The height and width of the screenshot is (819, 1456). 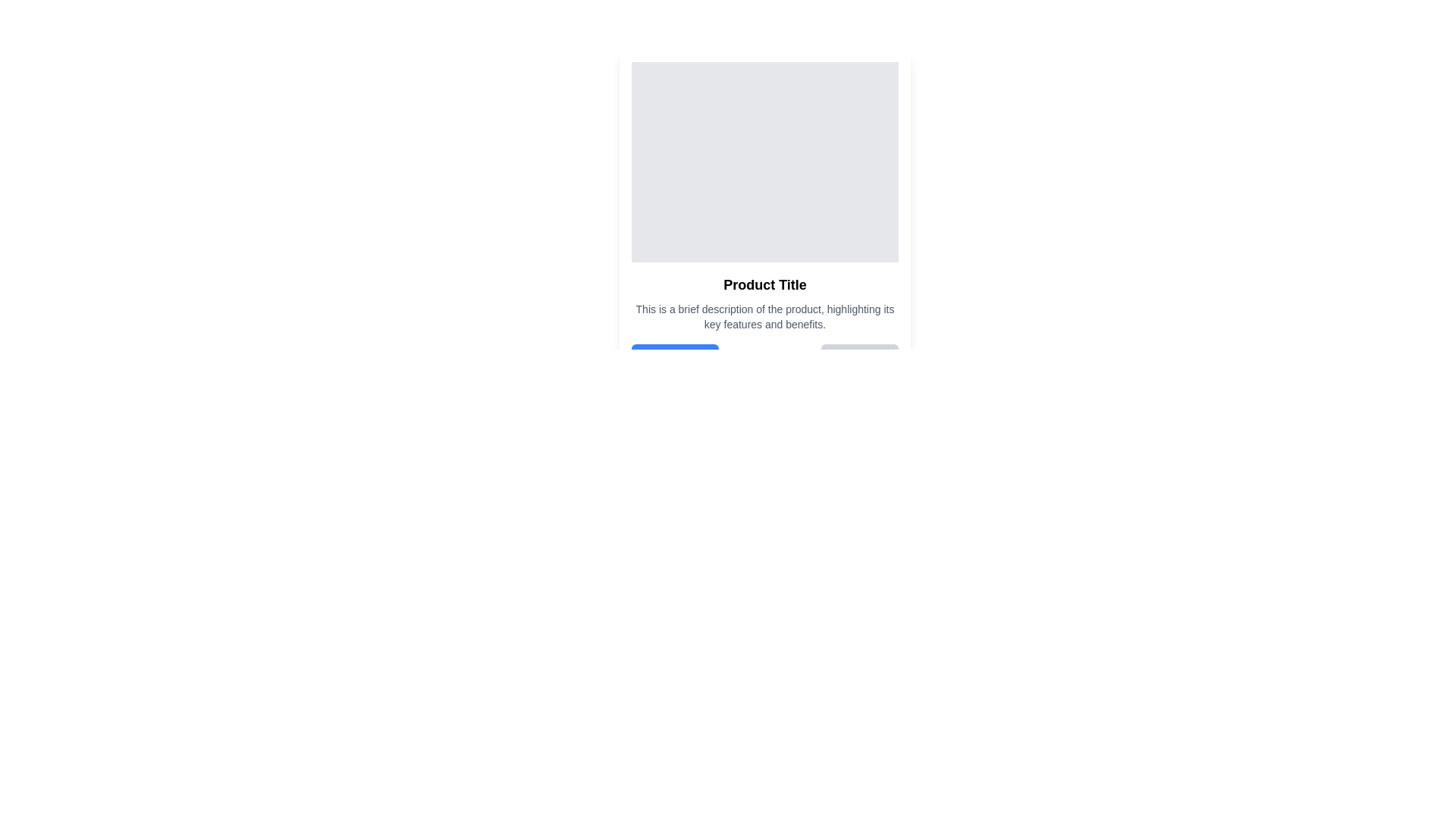 I want to click on the product card, which features a white background with a centered image, a bold title, a short description, and 'Download' and 'Wishlist' buttons at the bottom, so click(x=764, y=216).